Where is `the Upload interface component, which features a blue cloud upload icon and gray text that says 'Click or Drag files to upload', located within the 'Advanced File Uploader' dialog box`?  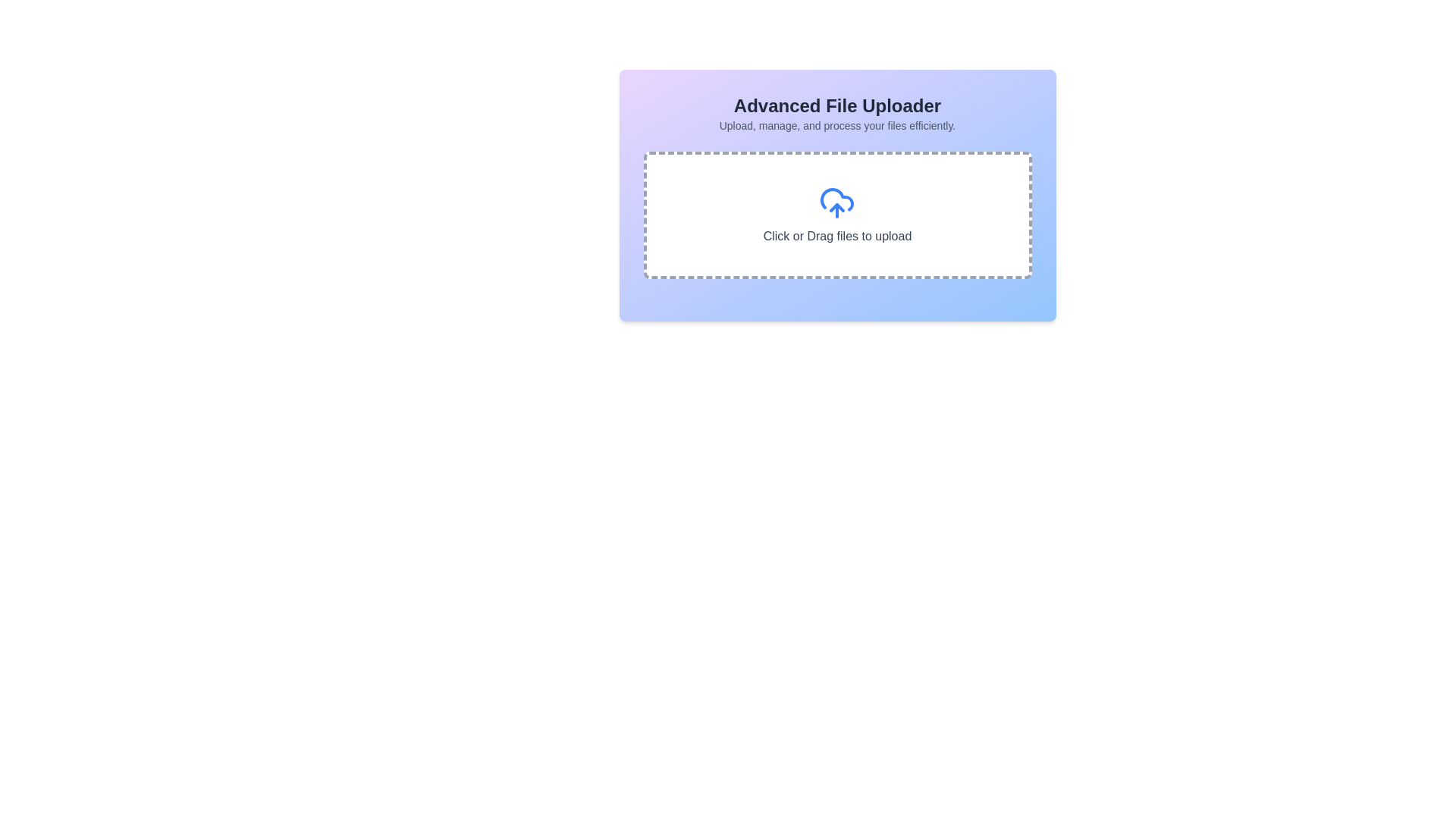 the Upload interface component, which features a blue cloud upload icon and gray text that says 'Click or Drag files to upload', located within the 'Advanced File Uploader' dialog box is located at coordinates (836, 215).